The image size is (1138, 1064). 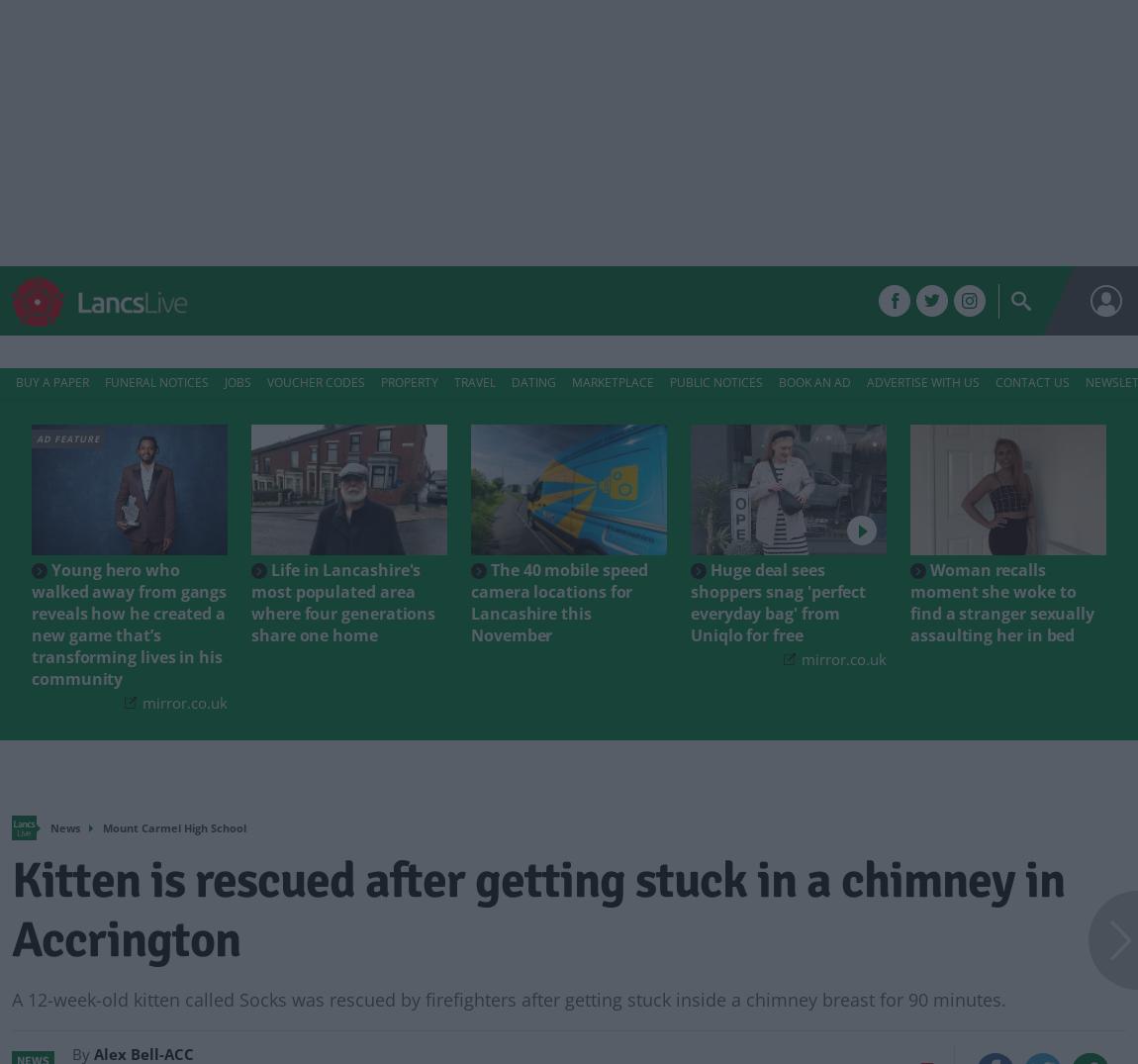 What do you see at coordinates (173, 794) in the screenshot?
I see `'Mount Carmel High School'` at bounding box center [173, 794].